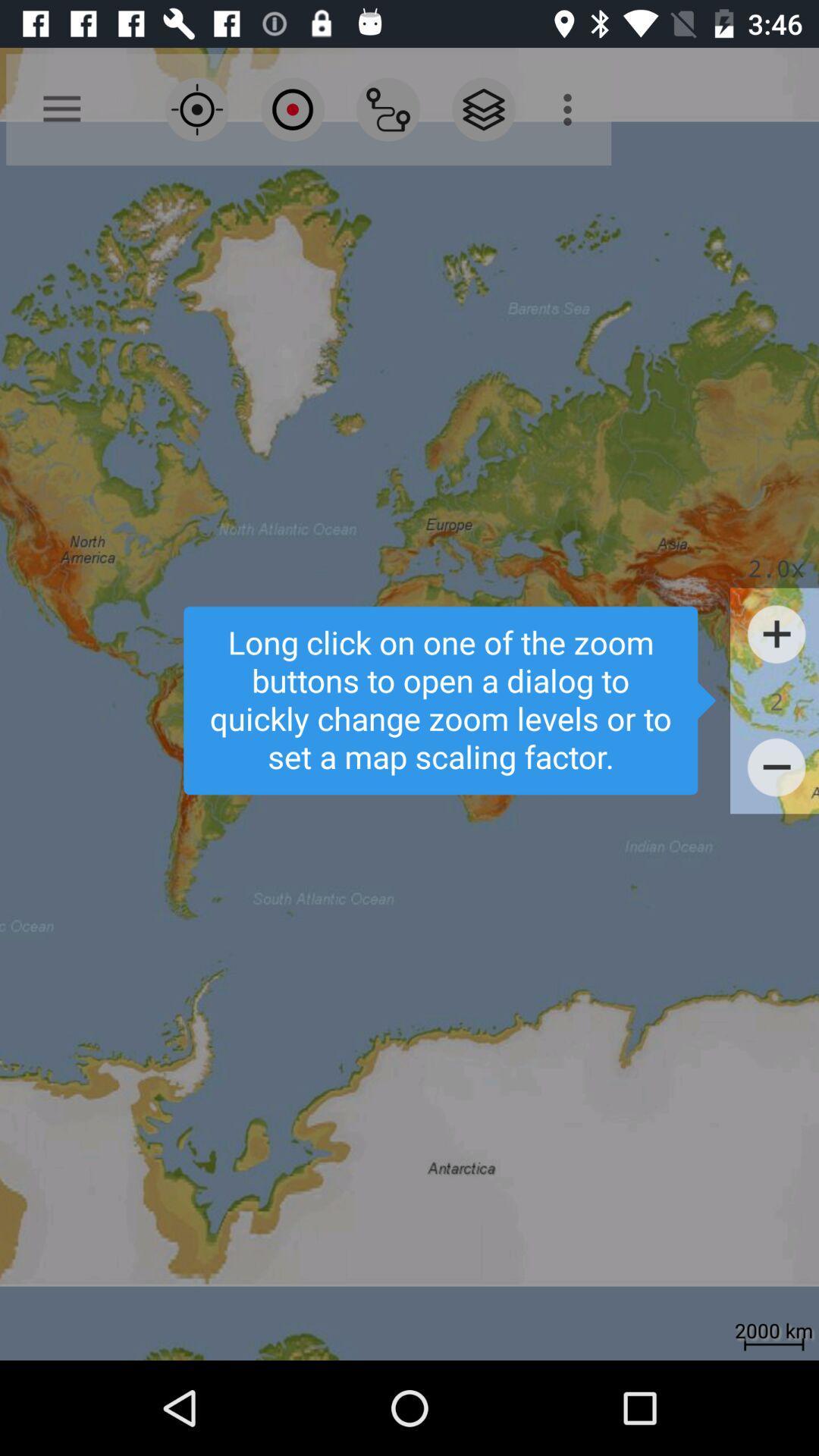 The width and height of the screenshot is (819, 1456). I want to click on the add icon, so click(777, 634).